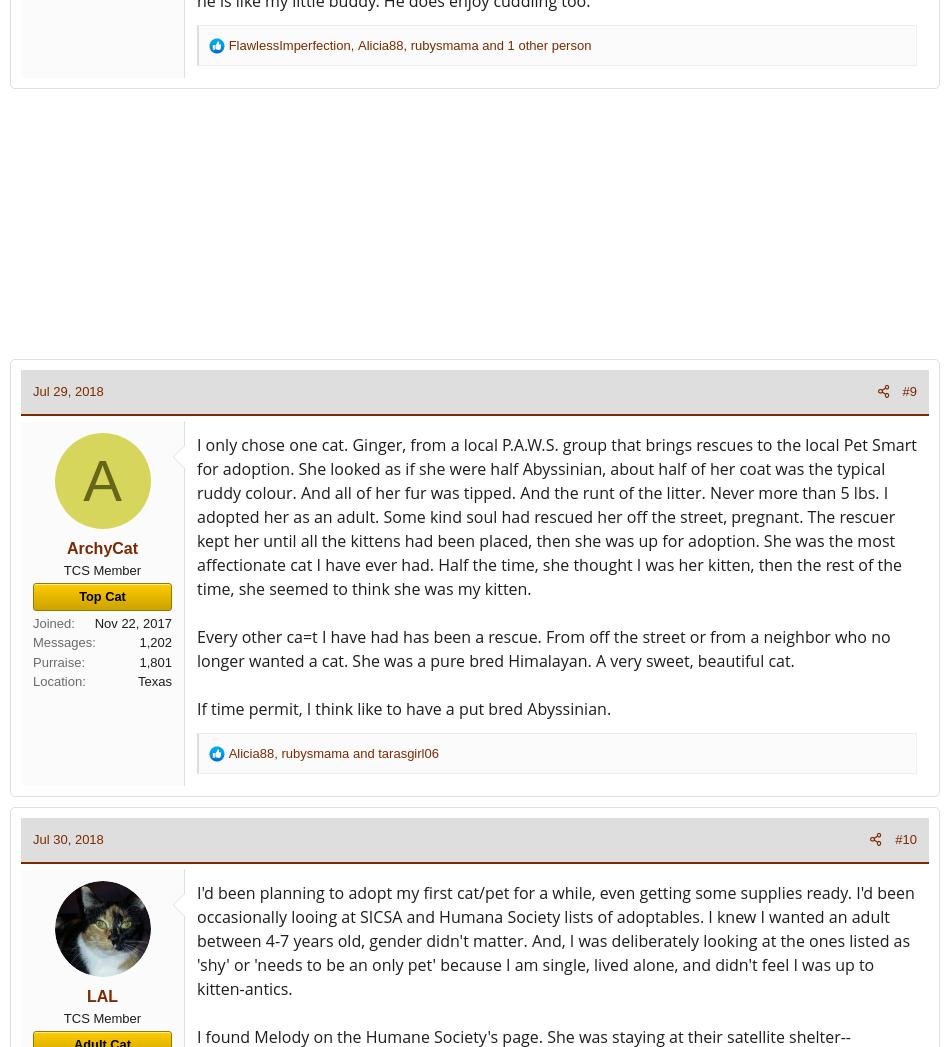 The image size is (950, 1047). I want to click on 'and 1 other person', so click(534, 43).